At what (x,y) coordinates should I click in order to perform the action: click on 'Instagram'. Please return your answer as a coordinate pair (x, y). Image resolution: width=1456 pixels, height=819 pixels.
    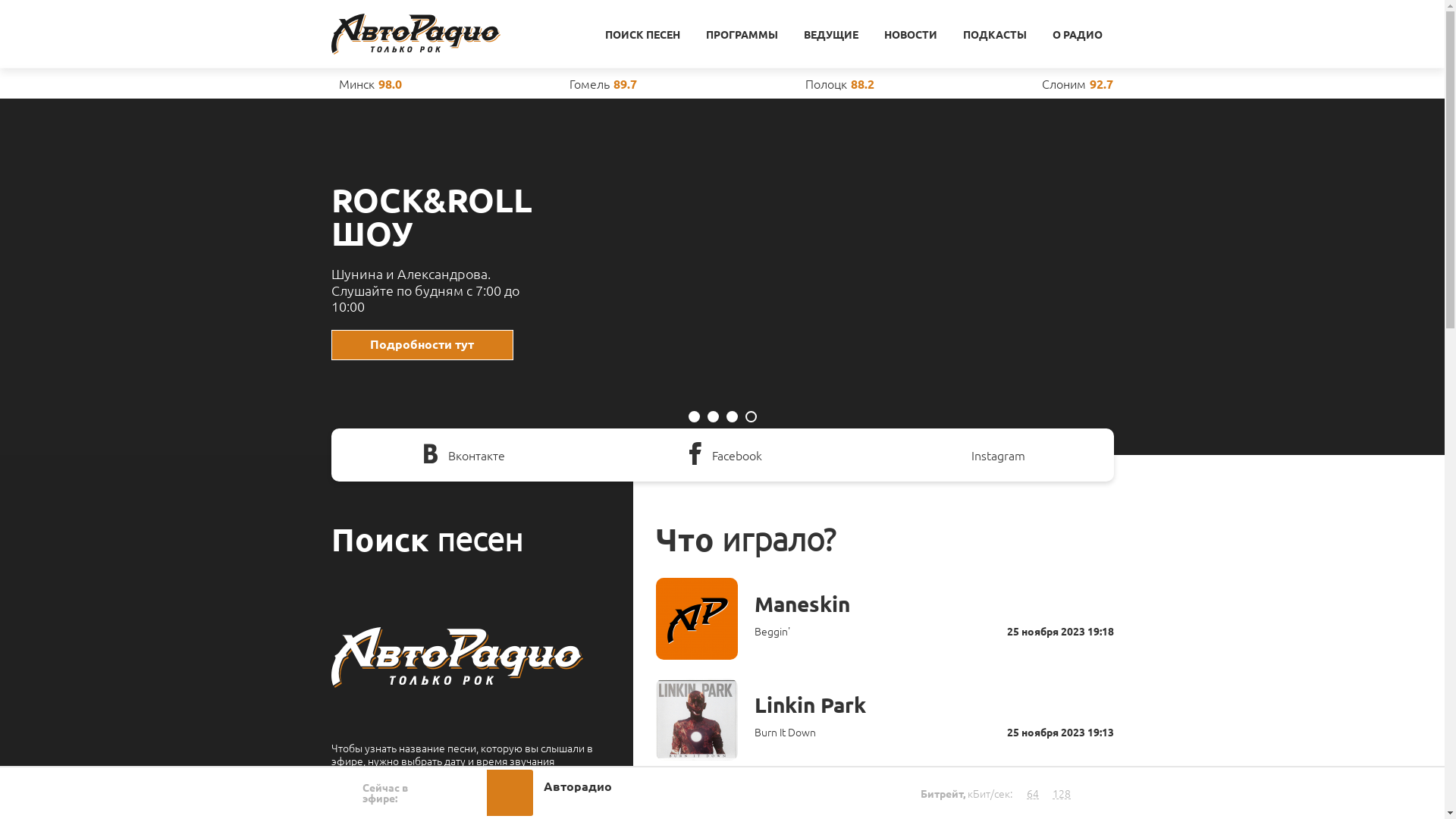
    Looking at the image, I should click on (983, 454).